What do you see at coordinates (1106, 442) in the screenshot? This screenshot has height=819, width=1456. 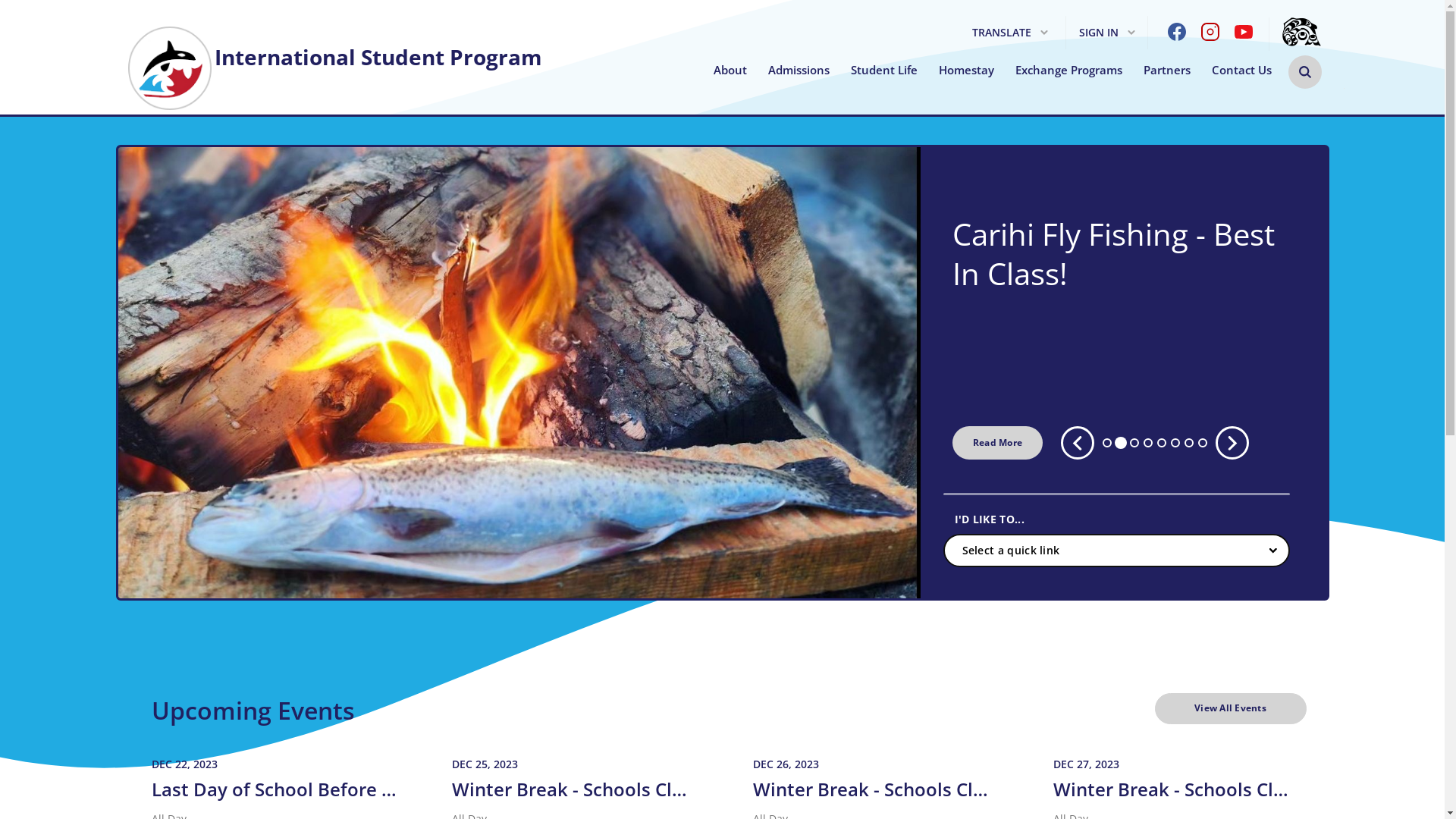 I see `'1'` at bounding box center [1106, 442].